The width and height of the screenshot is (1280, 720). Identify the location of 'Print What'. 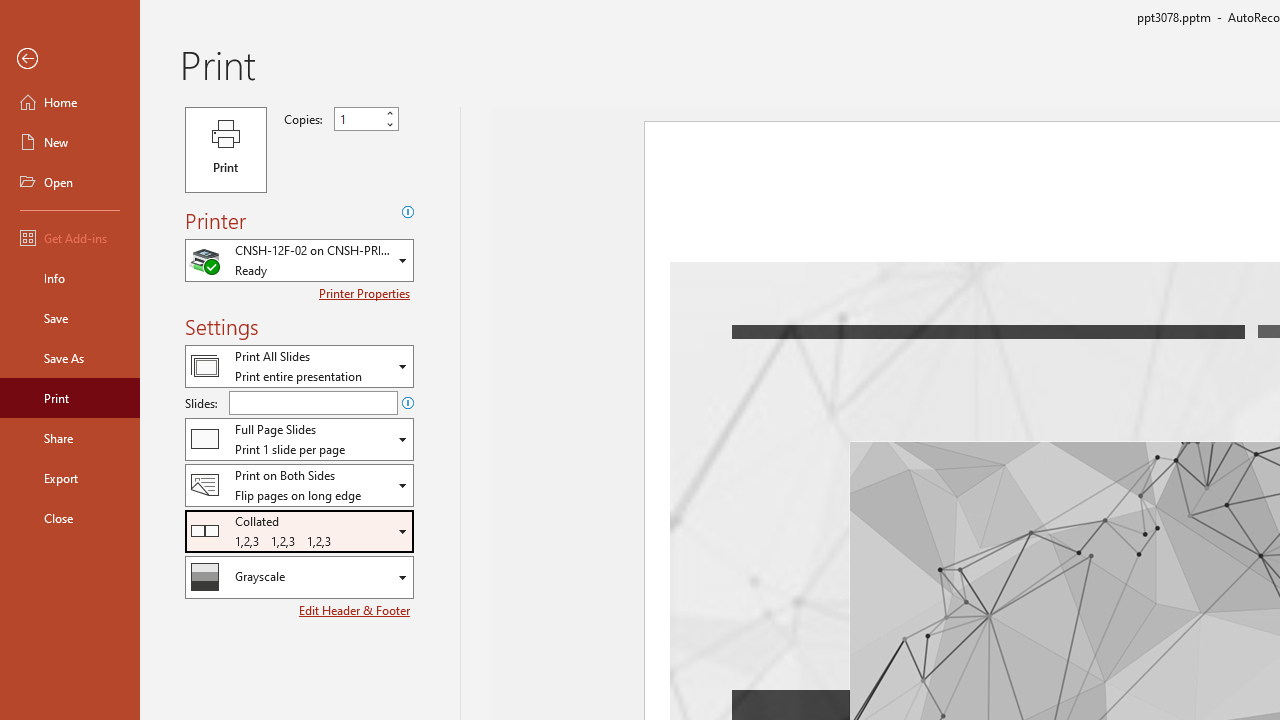
(298, 366).